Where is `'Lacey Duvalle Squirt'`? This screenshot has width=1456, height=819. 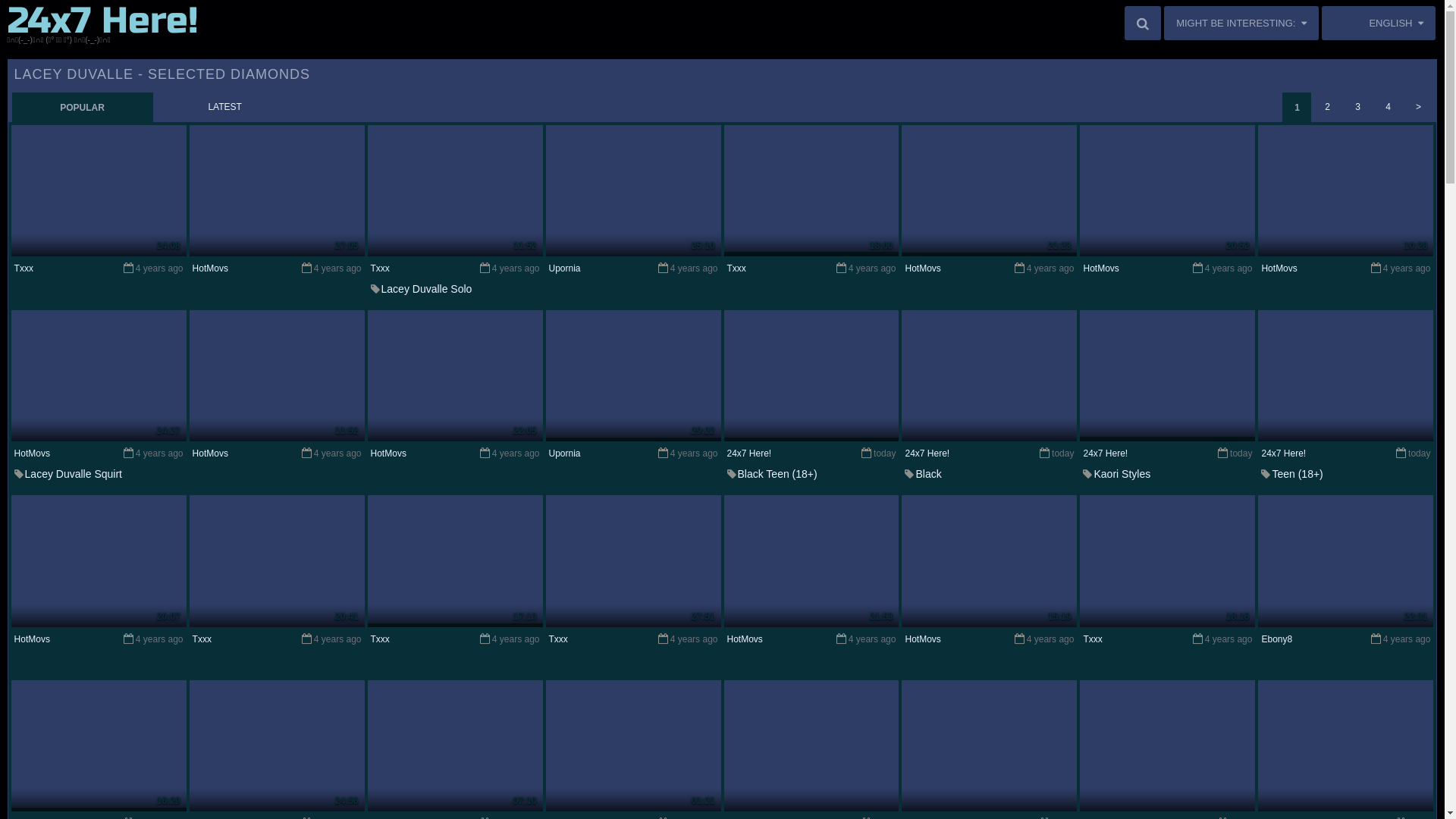 'Lacey Duvalle Squirt' is located at coordinates (72, 472).